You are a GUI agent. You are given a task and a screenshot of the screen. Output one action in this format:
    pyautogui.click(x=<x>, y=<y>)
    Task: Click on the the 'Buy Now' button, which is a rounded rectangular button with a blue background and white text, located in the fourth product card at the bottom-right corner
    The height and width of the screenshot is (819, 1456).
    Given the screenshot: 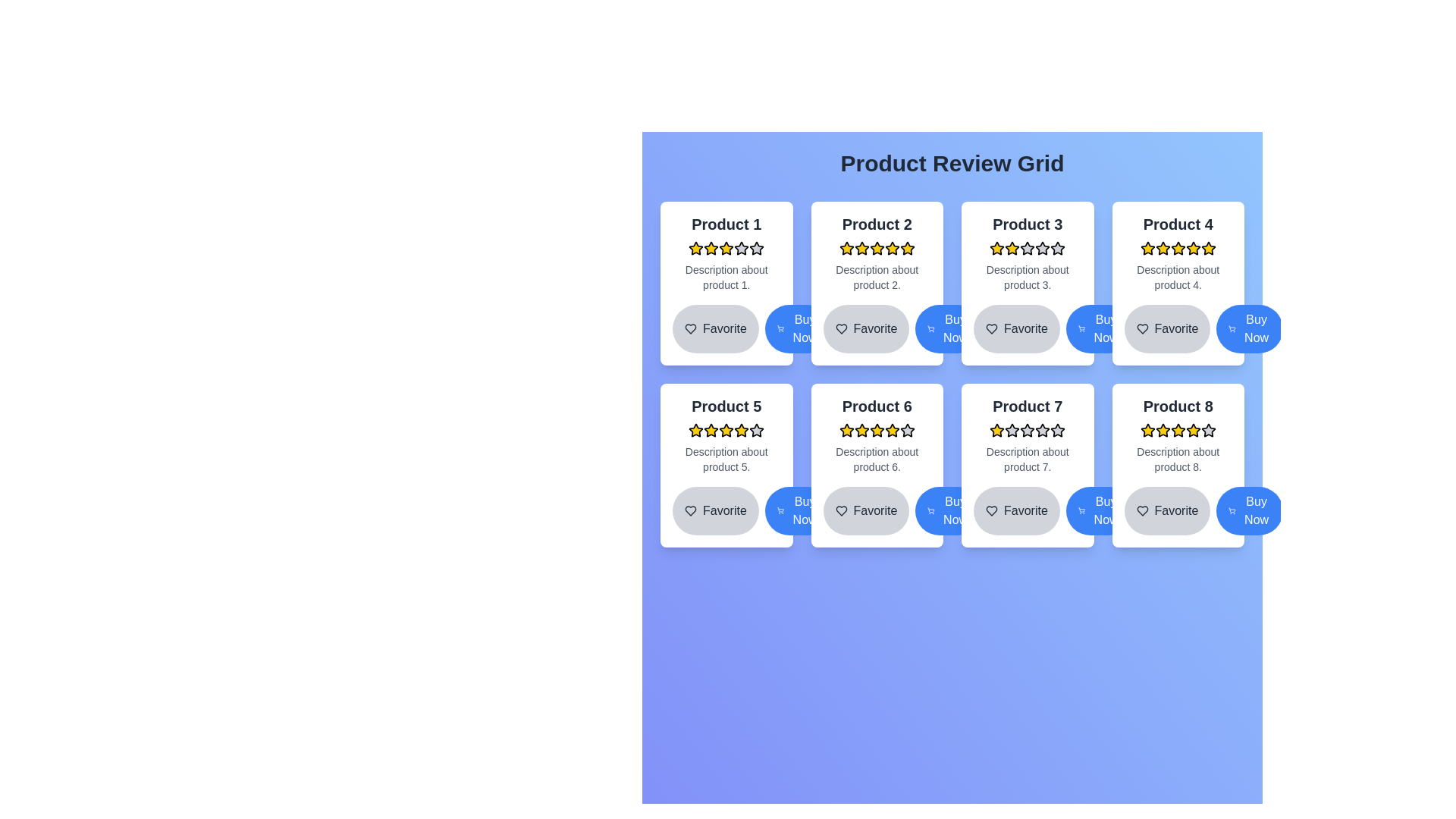 What is the action you would take?
    pyautogui.click(x=1250, y=328)
    